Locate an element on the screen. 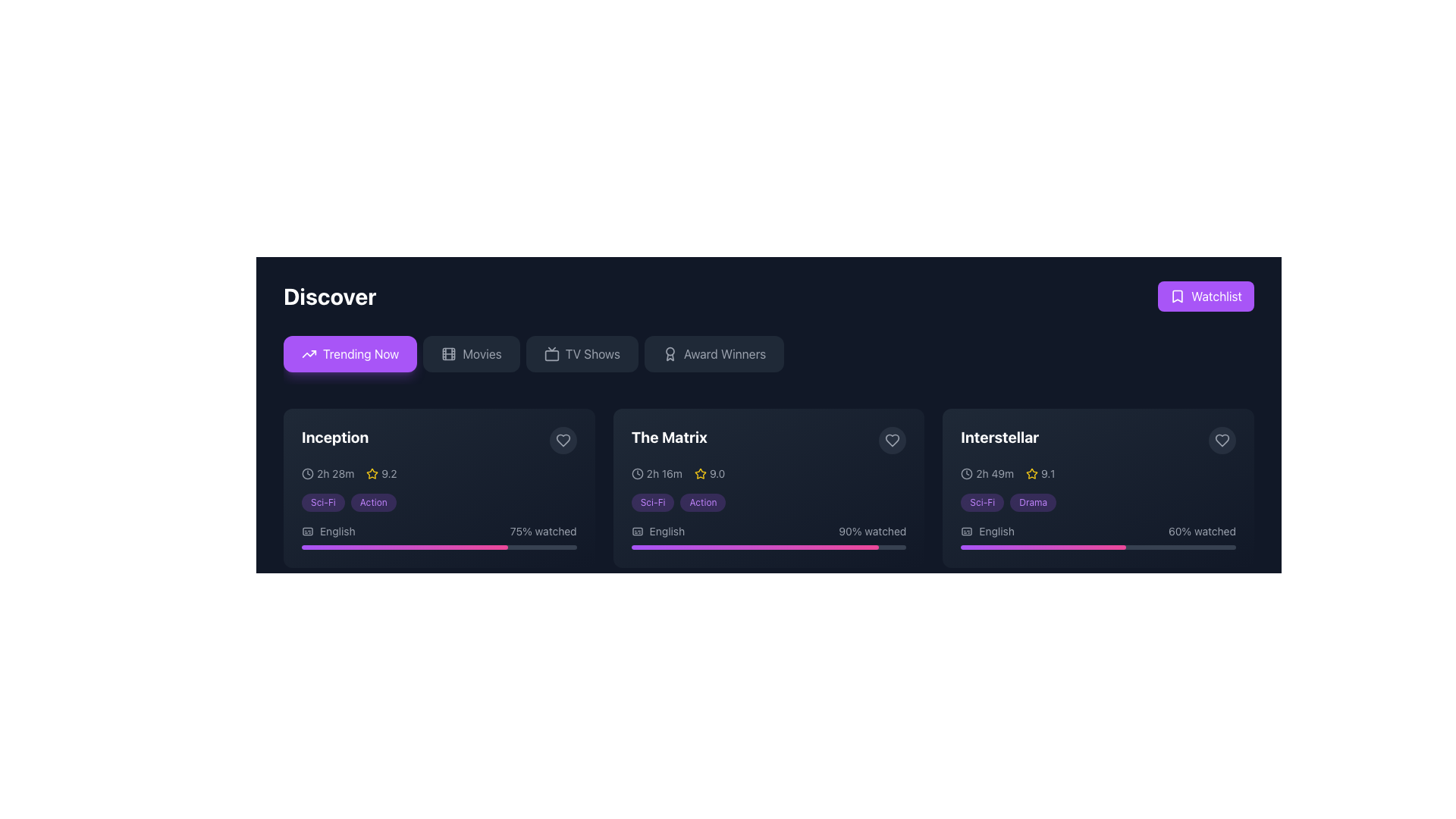 The height and width of the screenshot is (819, 1456). upward trend arrow vector graphic located in the 'Trending Now' section, characterized by its minimalistic design and monochrome color scheme is located at coordinates (309, 353).